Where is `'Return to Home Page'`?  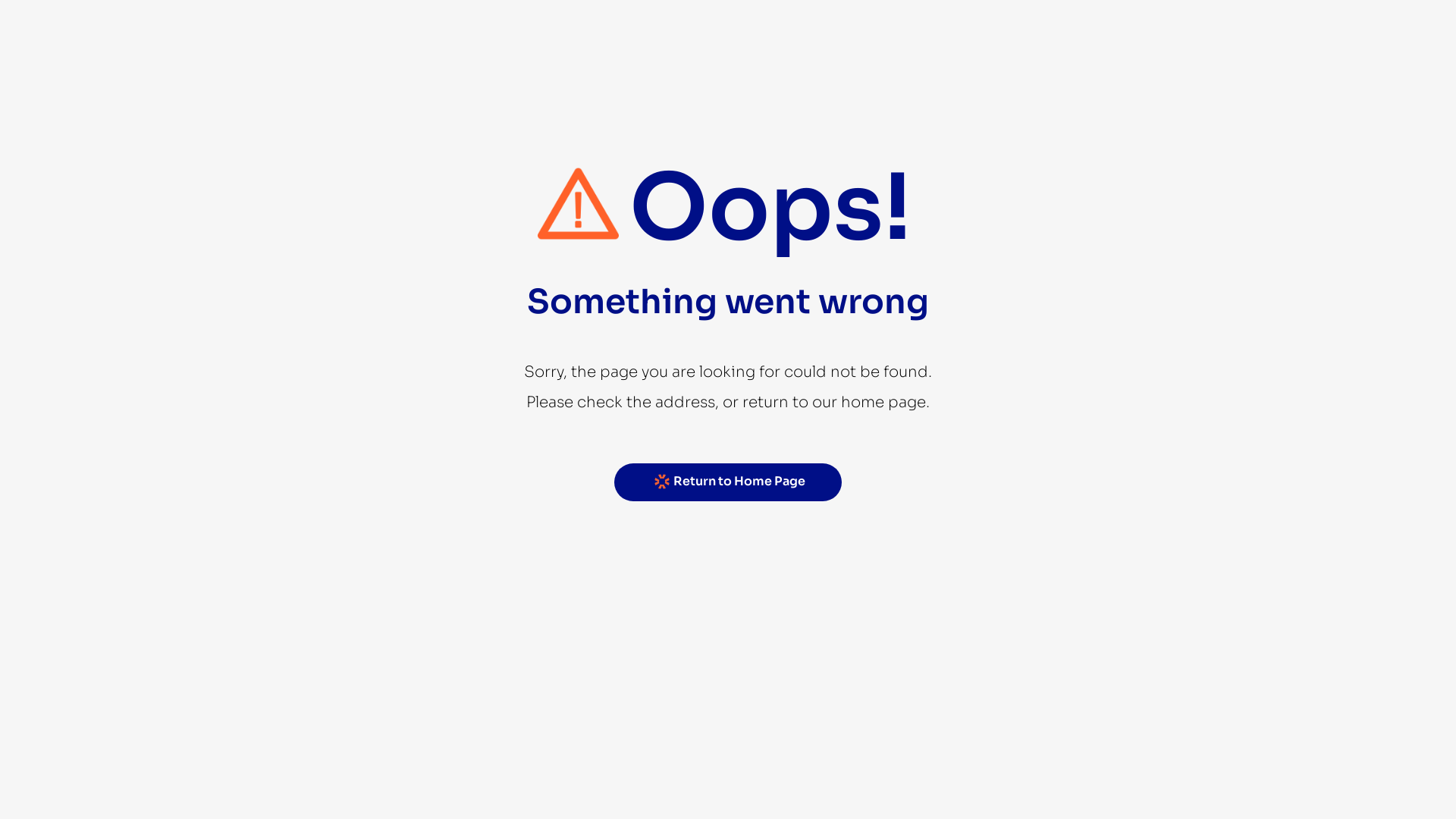 'Return to Home Page' is located at coordinates (728, 482).